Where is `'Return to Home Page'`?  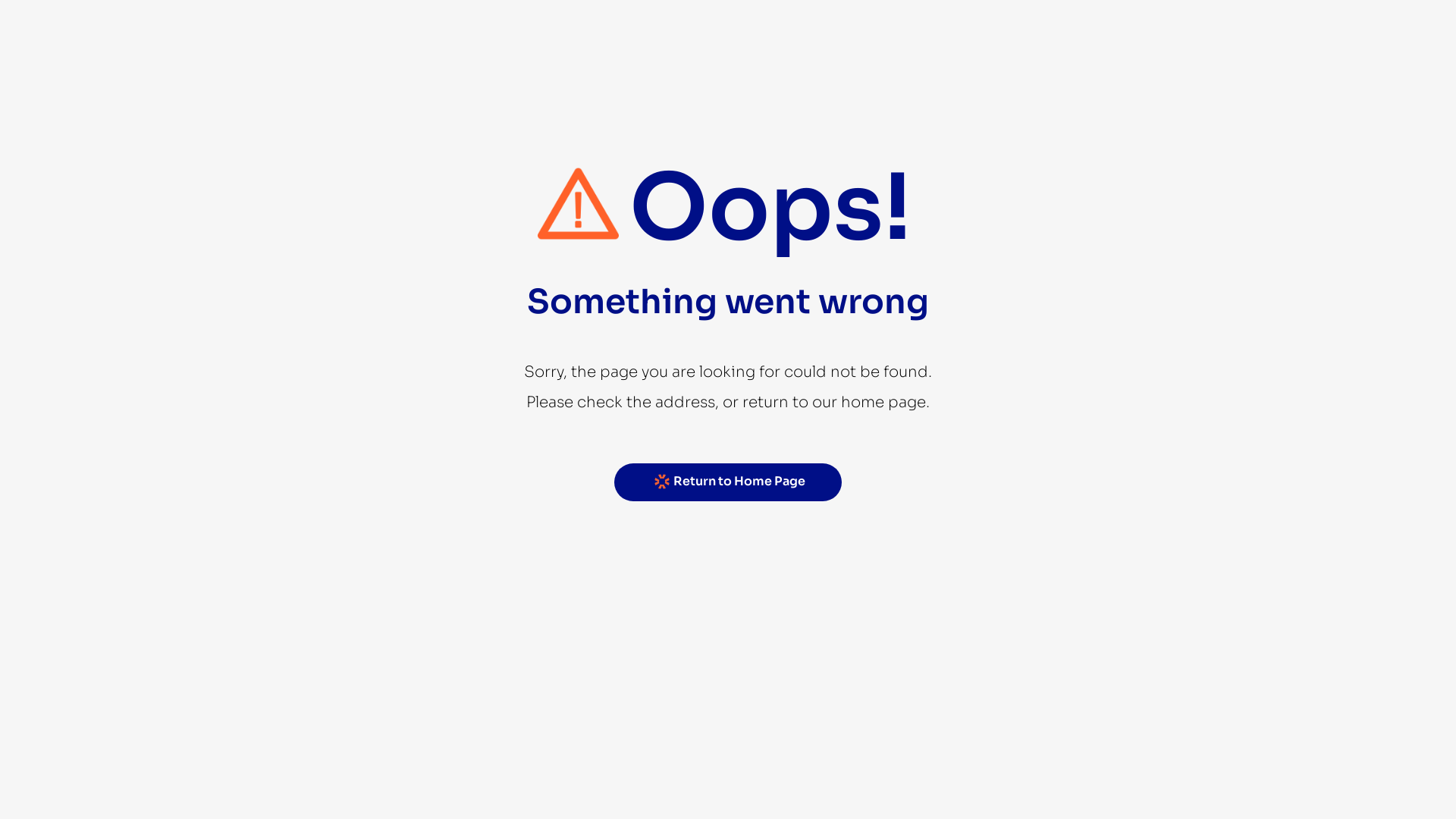 'Return to Home Page' is located at coordinates (728, 482).